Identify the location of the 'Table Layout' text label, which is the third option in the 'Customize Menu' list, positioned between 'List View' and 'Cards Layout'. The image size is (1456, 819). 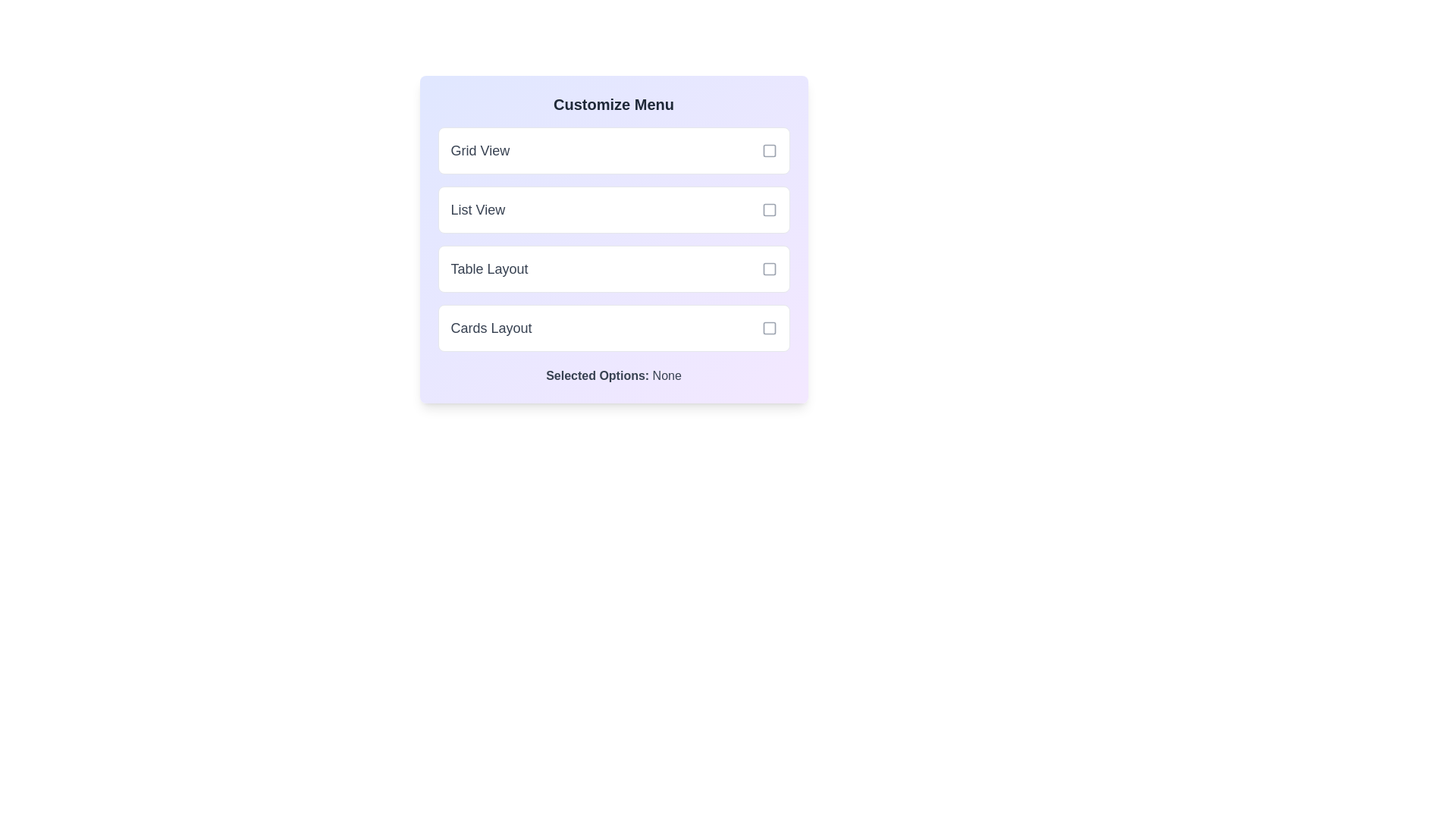
(489, 268).